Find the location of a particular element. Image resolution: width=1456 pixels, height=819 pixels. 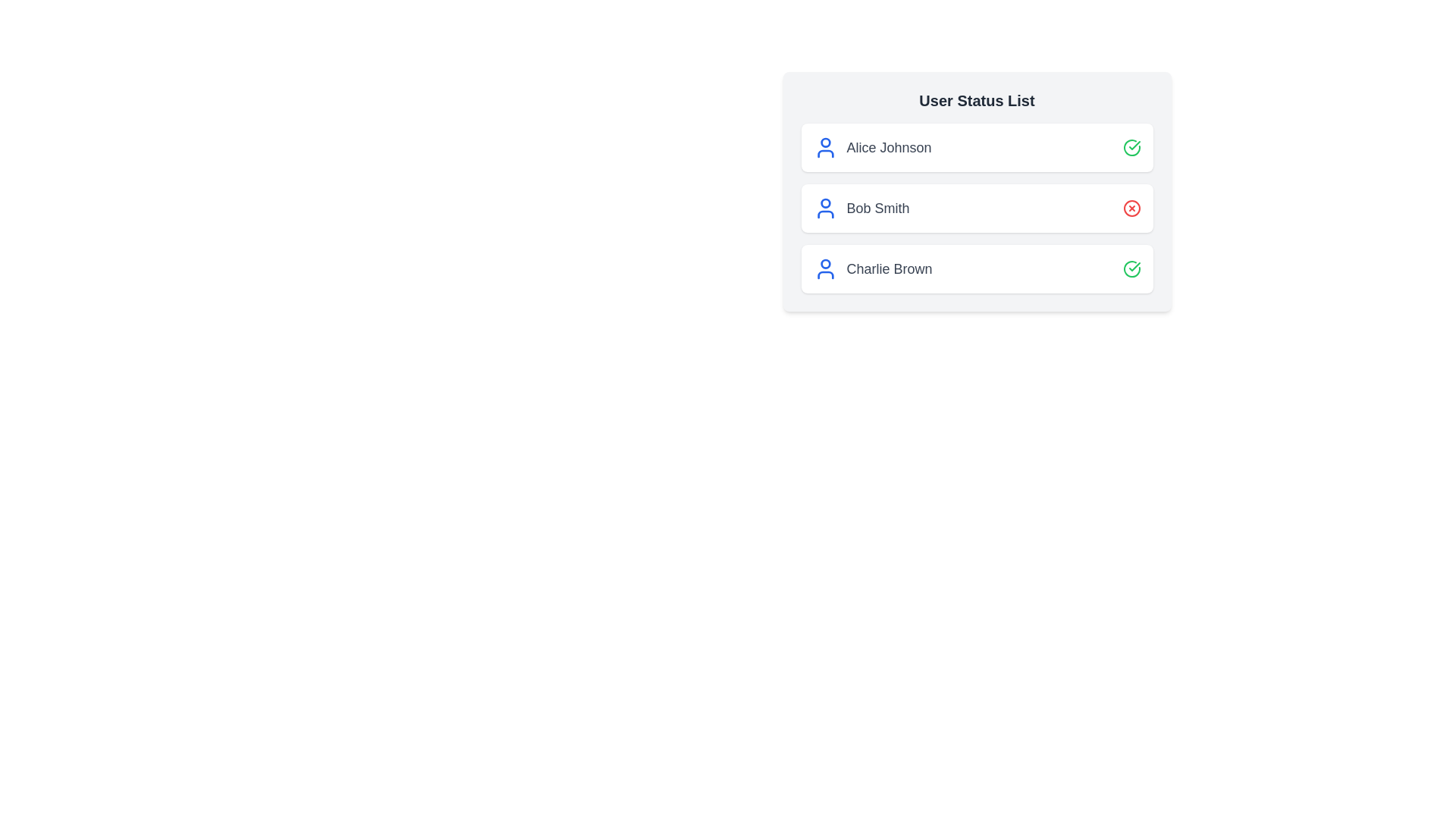

the user icon for Alice Johnson to trigger additional actions is located at coordinates (824, 148).